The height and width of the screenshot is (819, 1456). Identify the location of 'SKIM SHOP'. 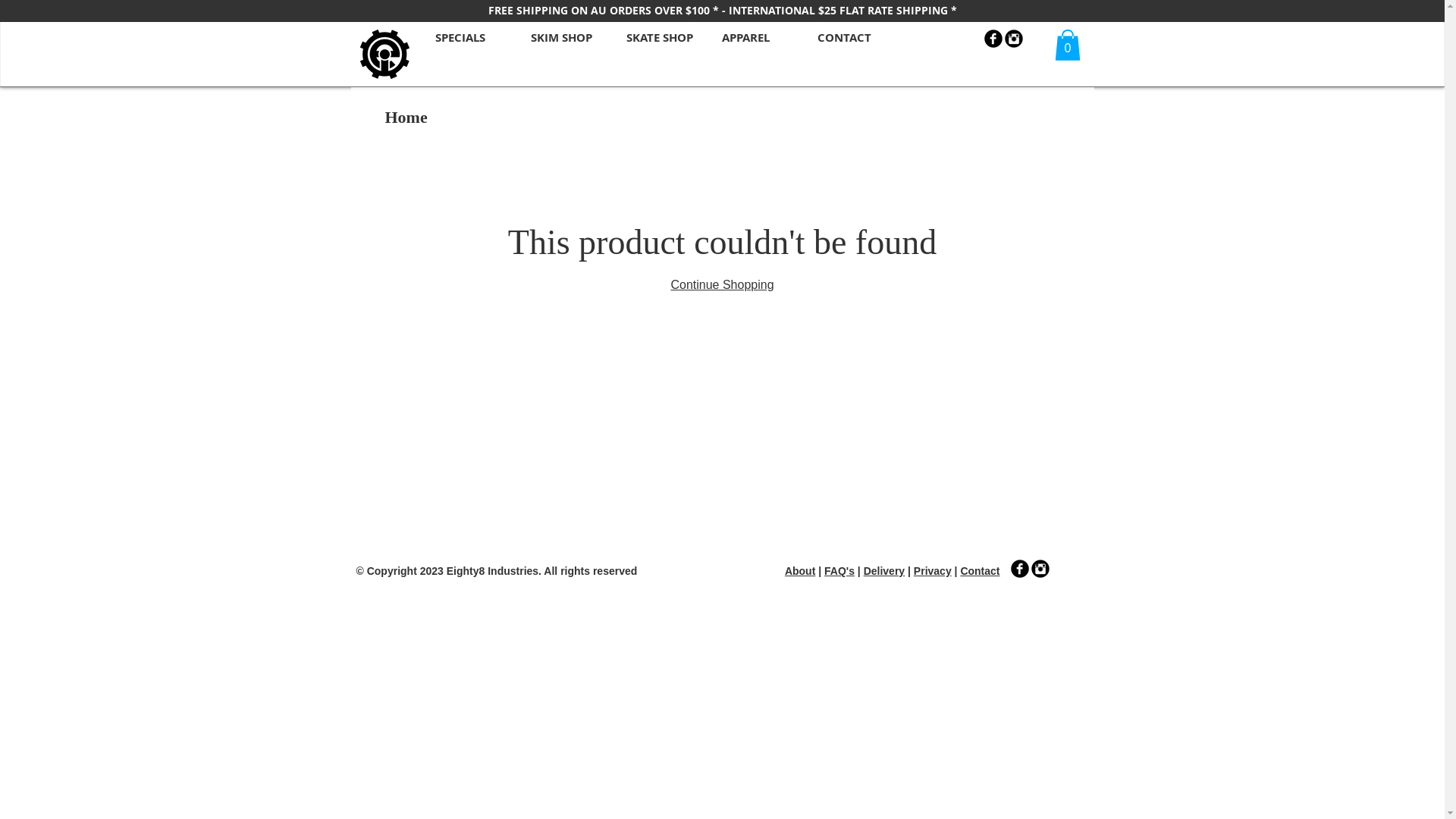
(563, 34).